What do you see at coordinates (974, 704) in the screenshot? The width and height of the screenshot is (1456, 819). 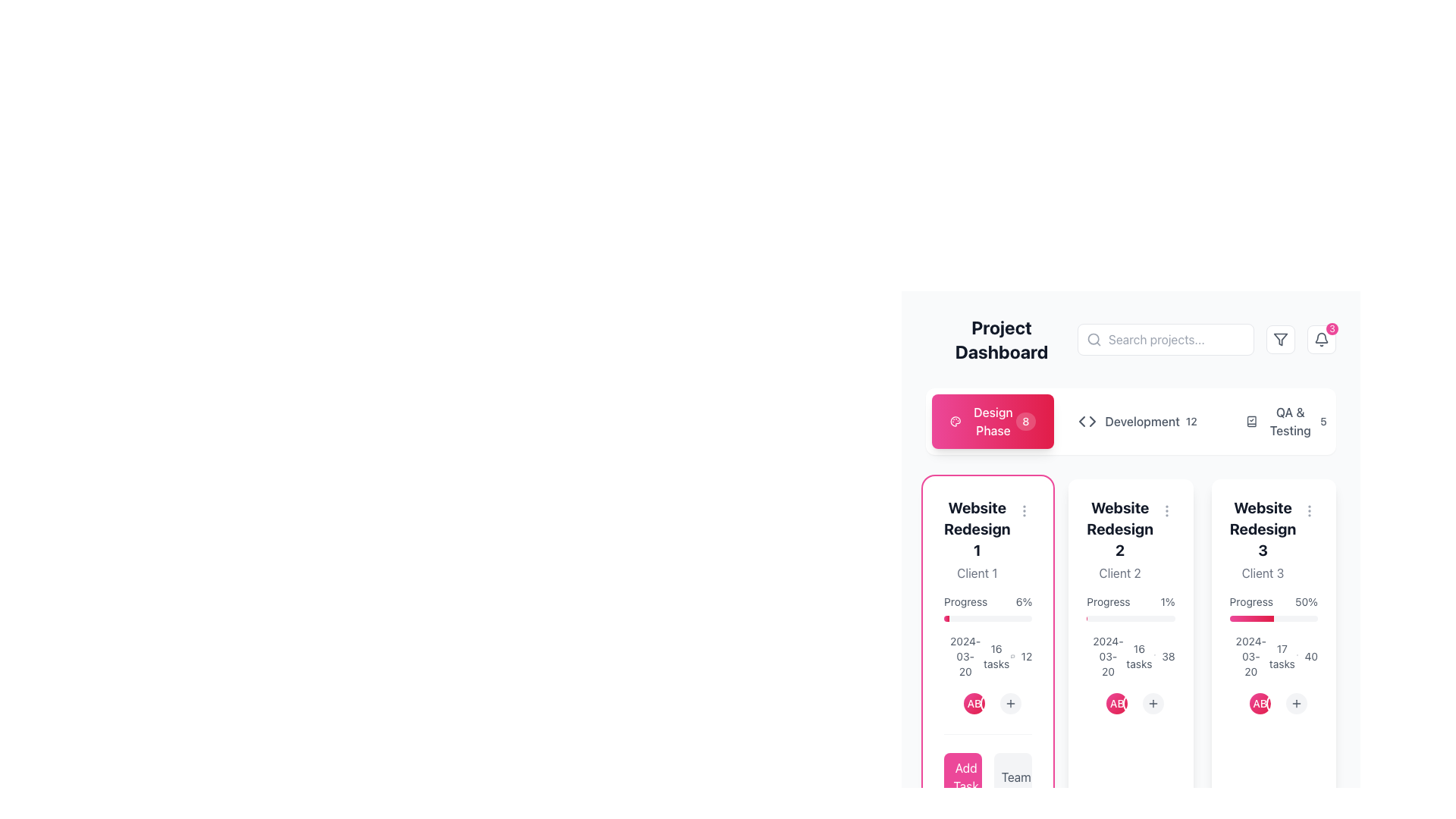 I see `the circular avatar icon with a gradient background and 'AB' text, which is the second icon in a horizontal arrangement below the 'Website Redesign 3' card` at bounding box center [974, 704].